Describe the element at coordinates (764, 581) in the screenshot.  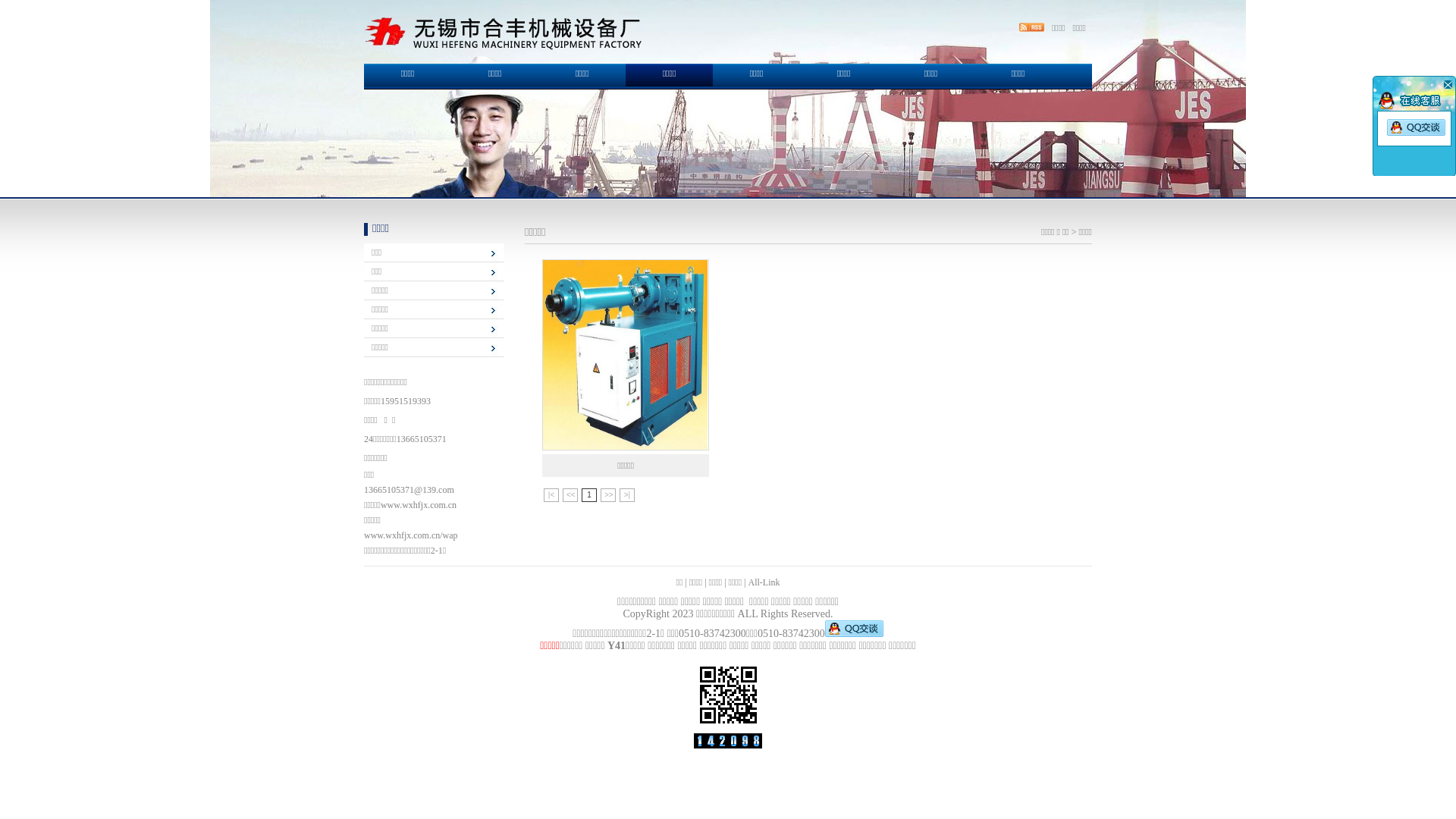
I see `'All-Link'` at that location.